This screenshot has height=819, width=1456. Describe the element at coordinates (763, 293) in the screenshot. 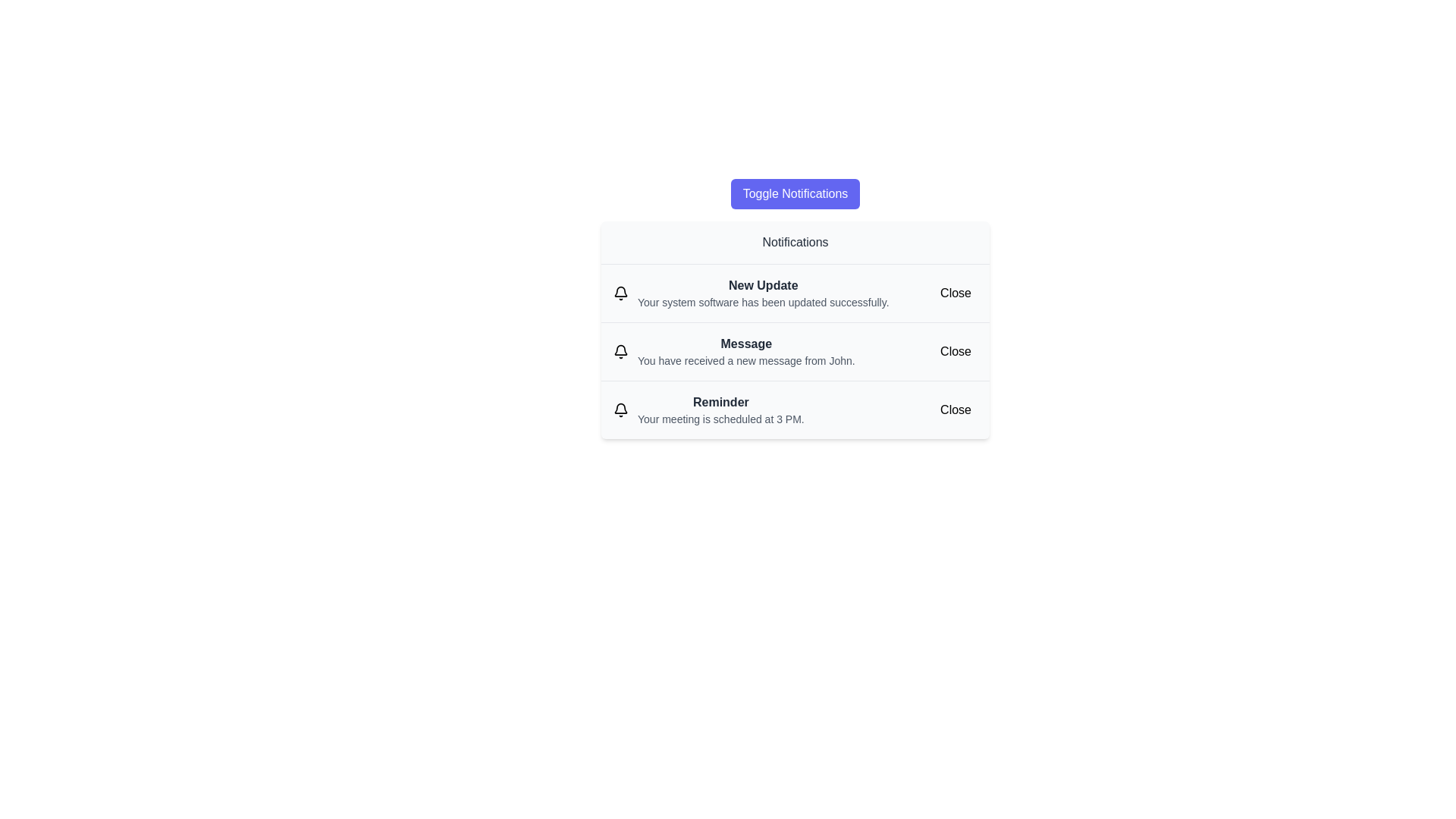

I see `the notification entry containing the title 'New Update' and the description 'Your system software has been updated successfully.'` at that location.